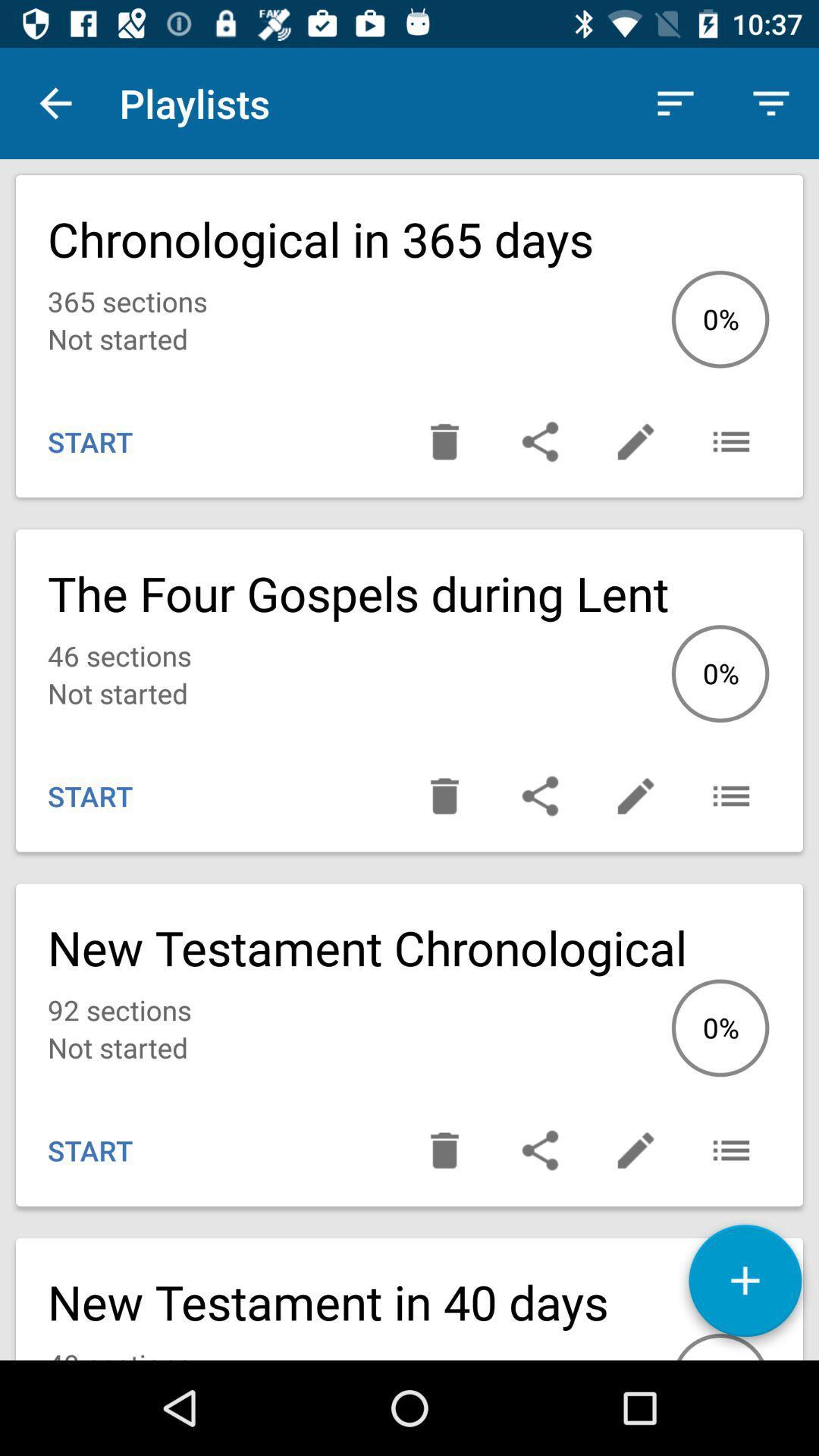 The width and height of the screenshot is (819, 1456). What do you see at coordinates (55, 102) in the screenshot?
I see `icon above the chronological in 365 item` at bounding box center [55, 102].